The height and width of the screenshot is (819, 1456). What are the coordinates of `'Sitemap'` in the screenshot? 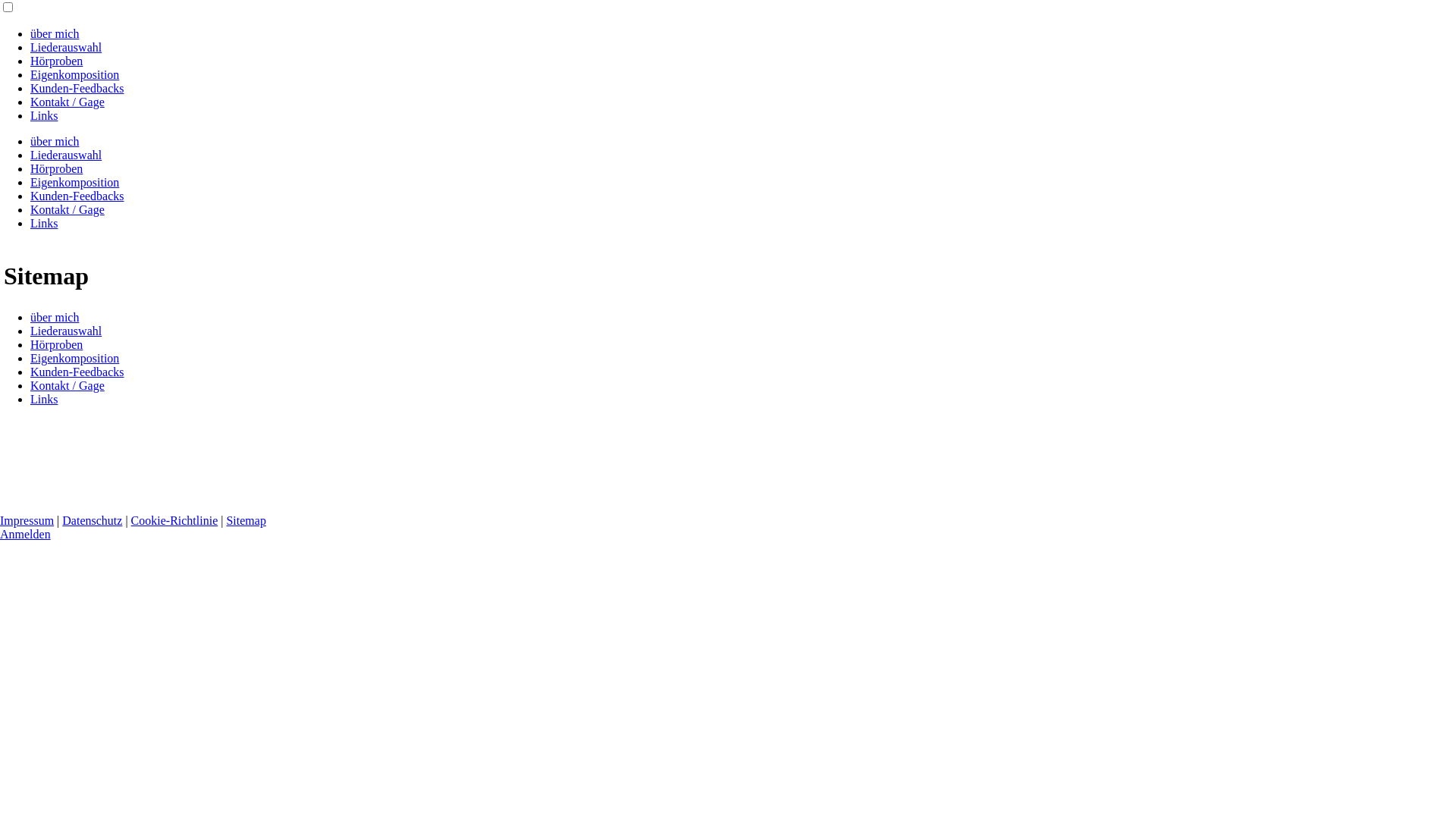 It's located at (224, 519).